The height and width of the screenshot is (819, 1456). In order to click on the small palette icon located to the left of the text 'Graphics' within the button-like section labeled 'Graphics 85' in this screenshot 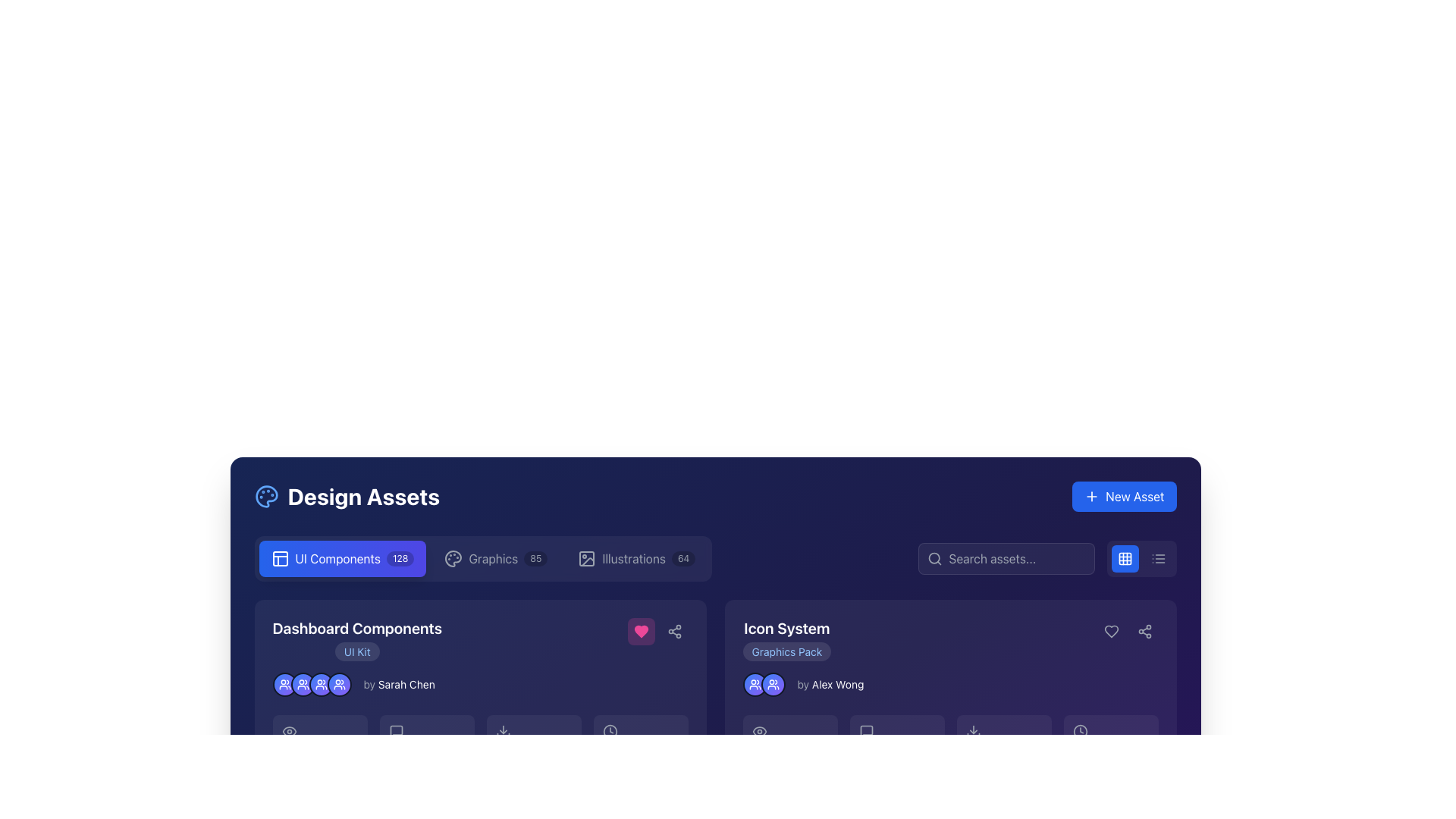, I will do `click(453, 558)`.